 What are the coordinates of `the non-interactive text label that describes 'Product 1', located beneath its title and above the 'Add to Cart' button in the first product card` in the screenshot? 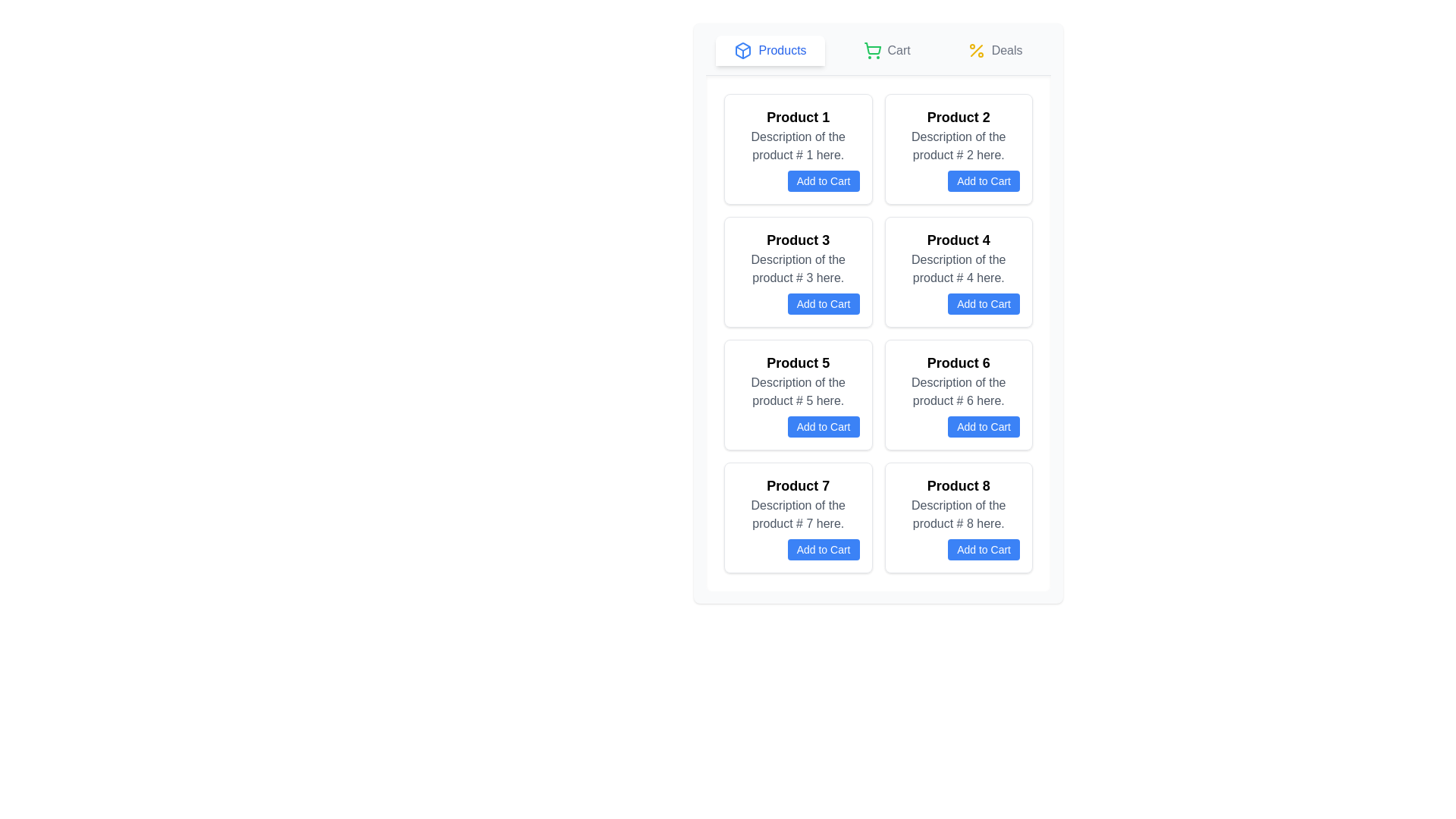 It's located at (797, 146).